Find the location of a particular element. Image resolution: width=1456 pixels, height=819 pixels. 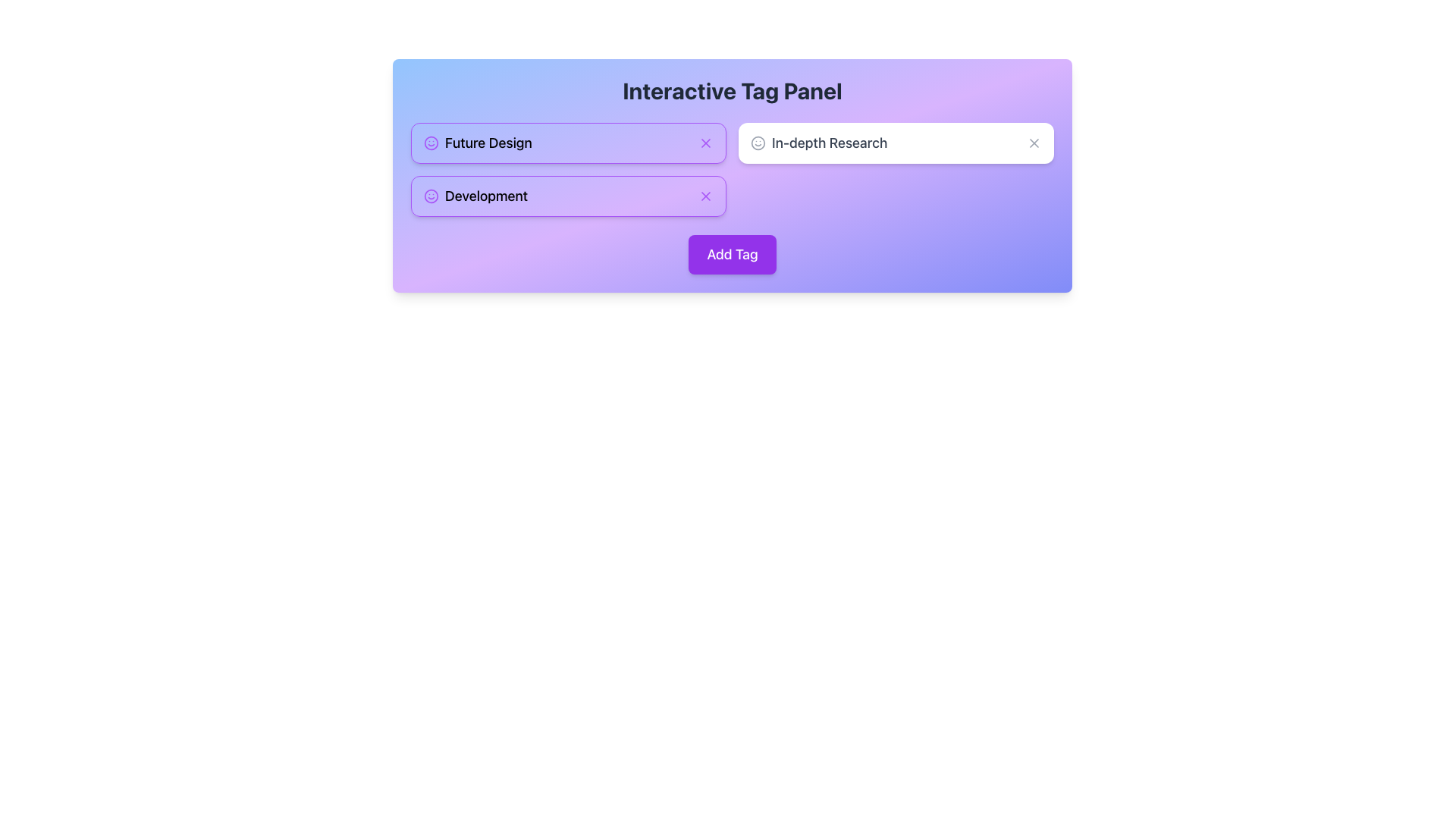

the 'Future Design' text with a purple smiley-face icon, which is the first item is located at coordinates (477, 143).